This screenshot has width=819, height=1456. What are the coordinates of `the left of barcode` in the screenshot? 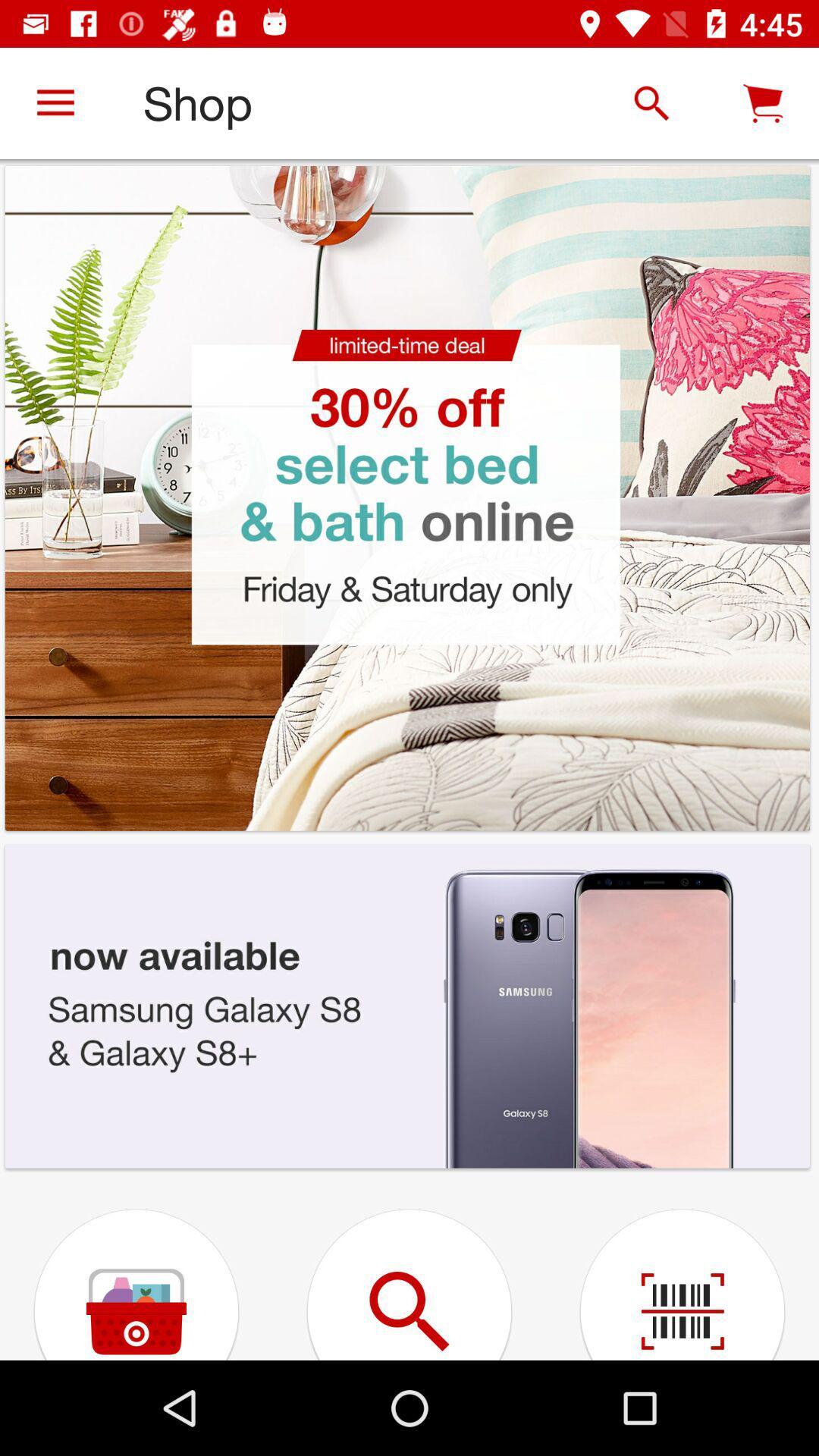 It's located at (409, 1267).